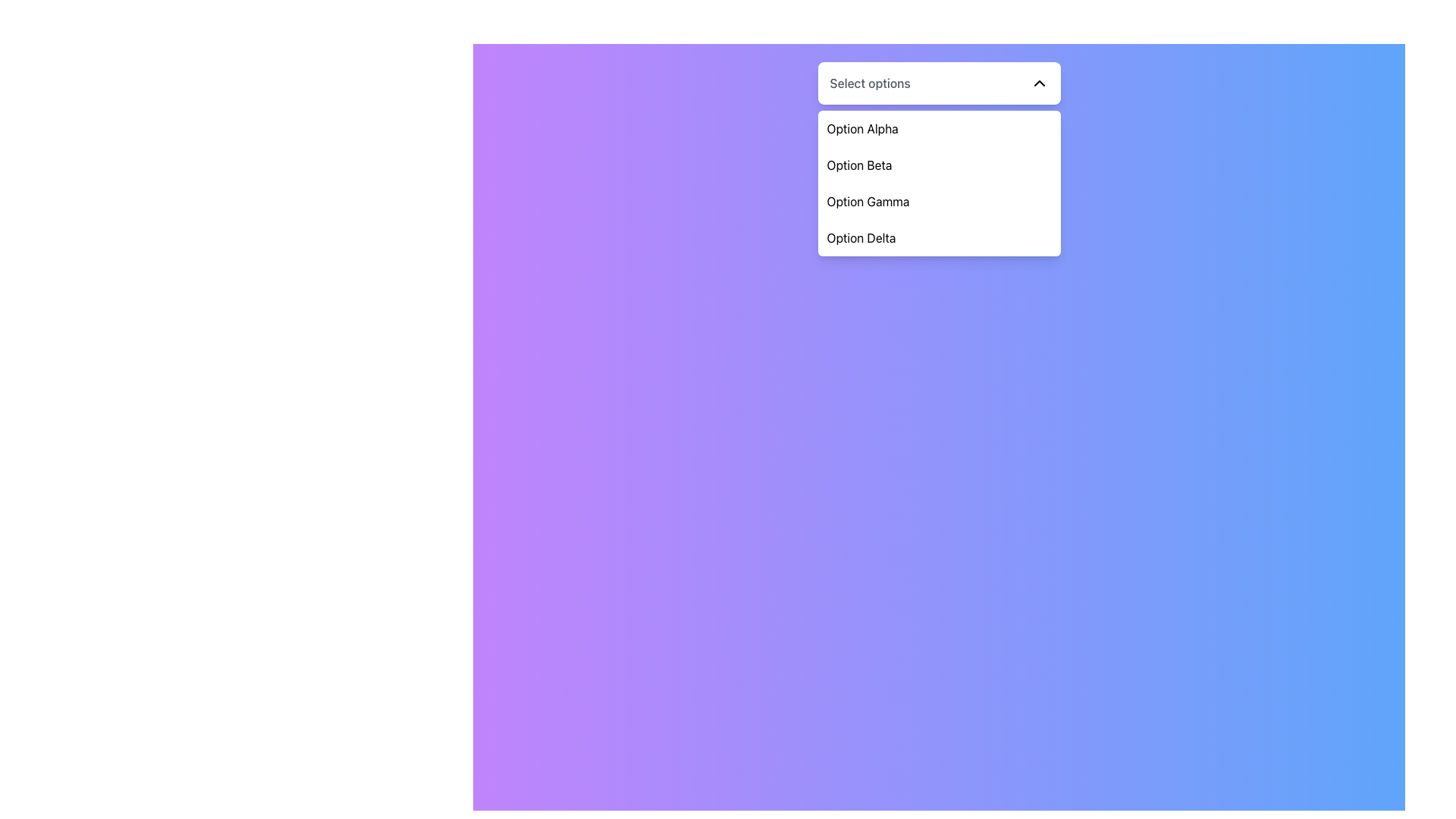  What do you see at coordinates (862, 127) in the screenshot?
I see `the first item in the dropdown menu labeled 'Option Alpha'` at bounding box center [862, 127].